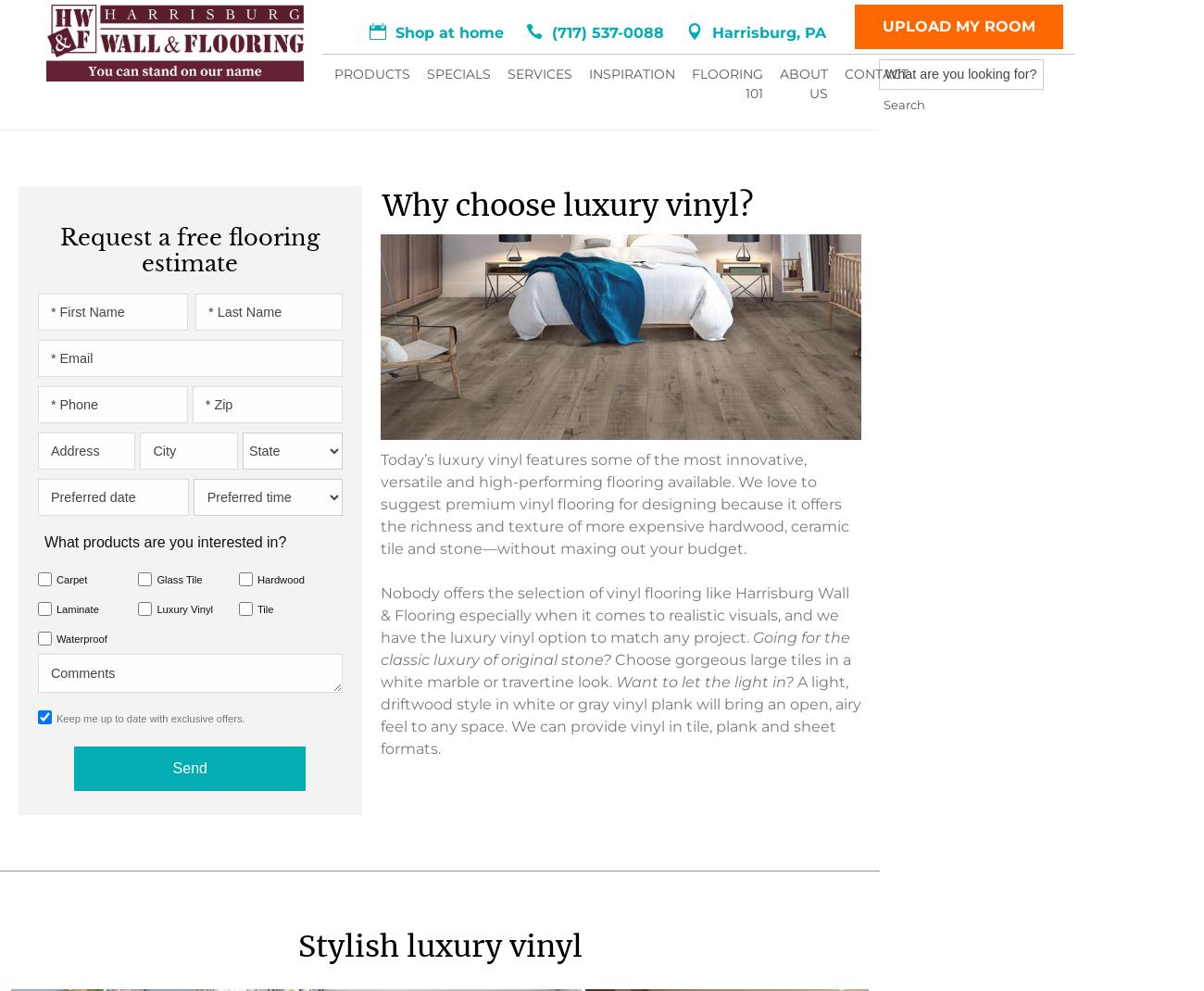 The width and height of the screenshot is (1204, 991). Describe the element at coordinates (324, 390) in the screenshot. I see `'There are many luxury vinyl patterns, styles and colors available and we invite you to'` at that location.